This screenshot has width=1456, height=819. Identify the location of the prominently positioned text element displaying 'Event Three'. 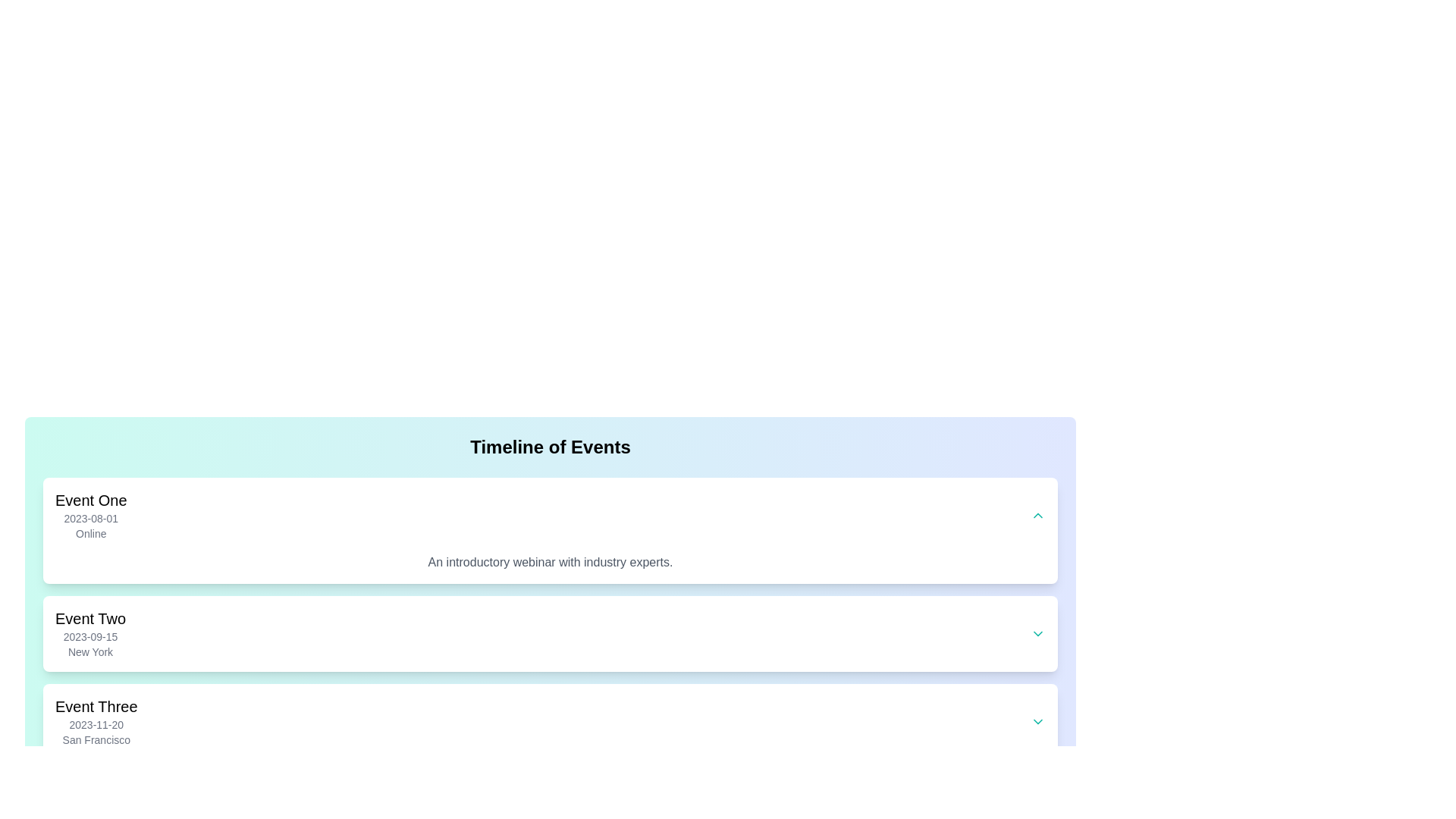
(96, 707).